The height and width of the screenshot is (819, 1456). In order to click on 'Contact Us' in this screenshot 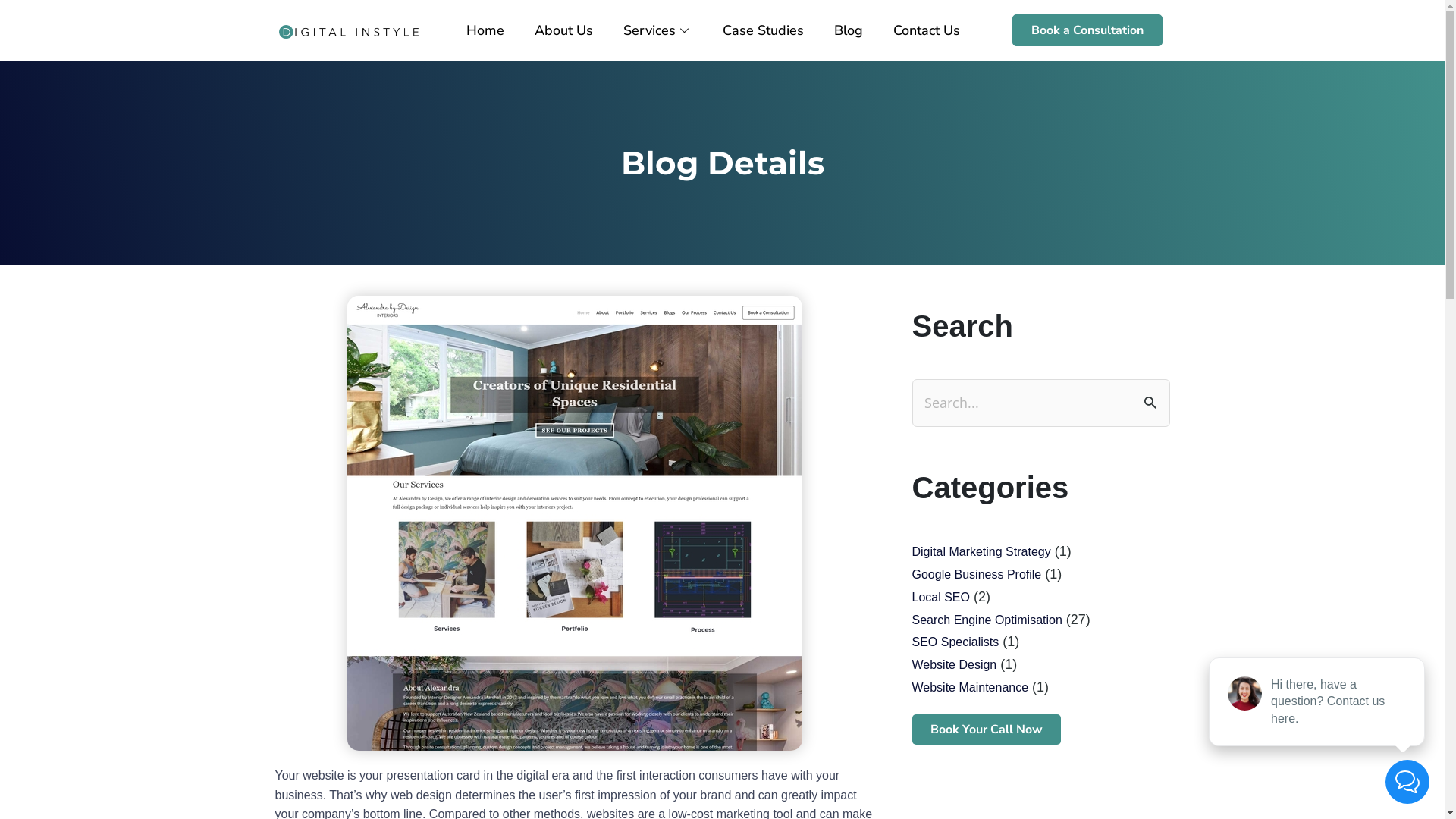, I will do `click(926, 30)`.